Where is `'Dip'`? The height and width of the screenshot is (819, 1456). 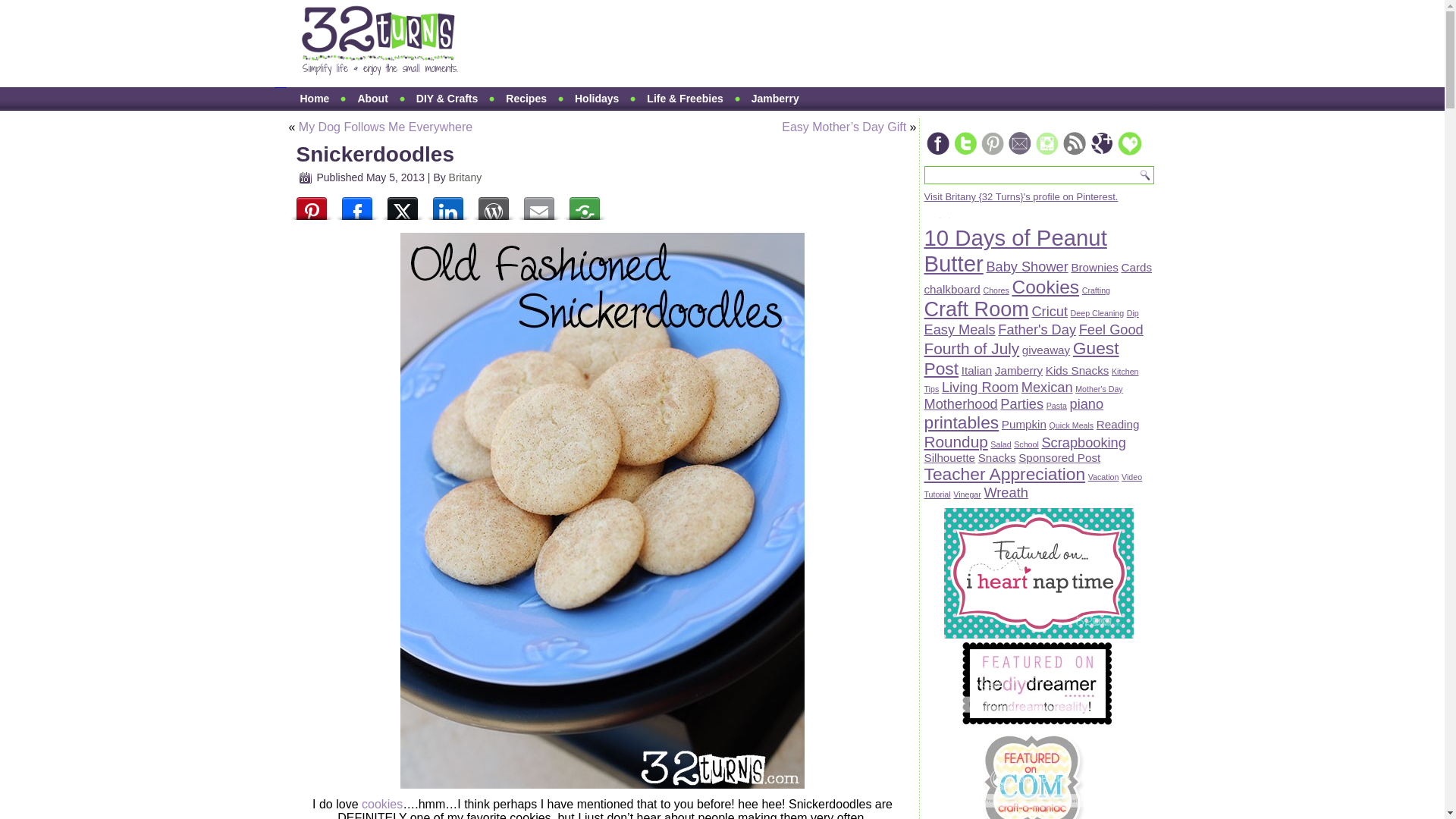
'Dip' is located at coordinates (1132, 312).